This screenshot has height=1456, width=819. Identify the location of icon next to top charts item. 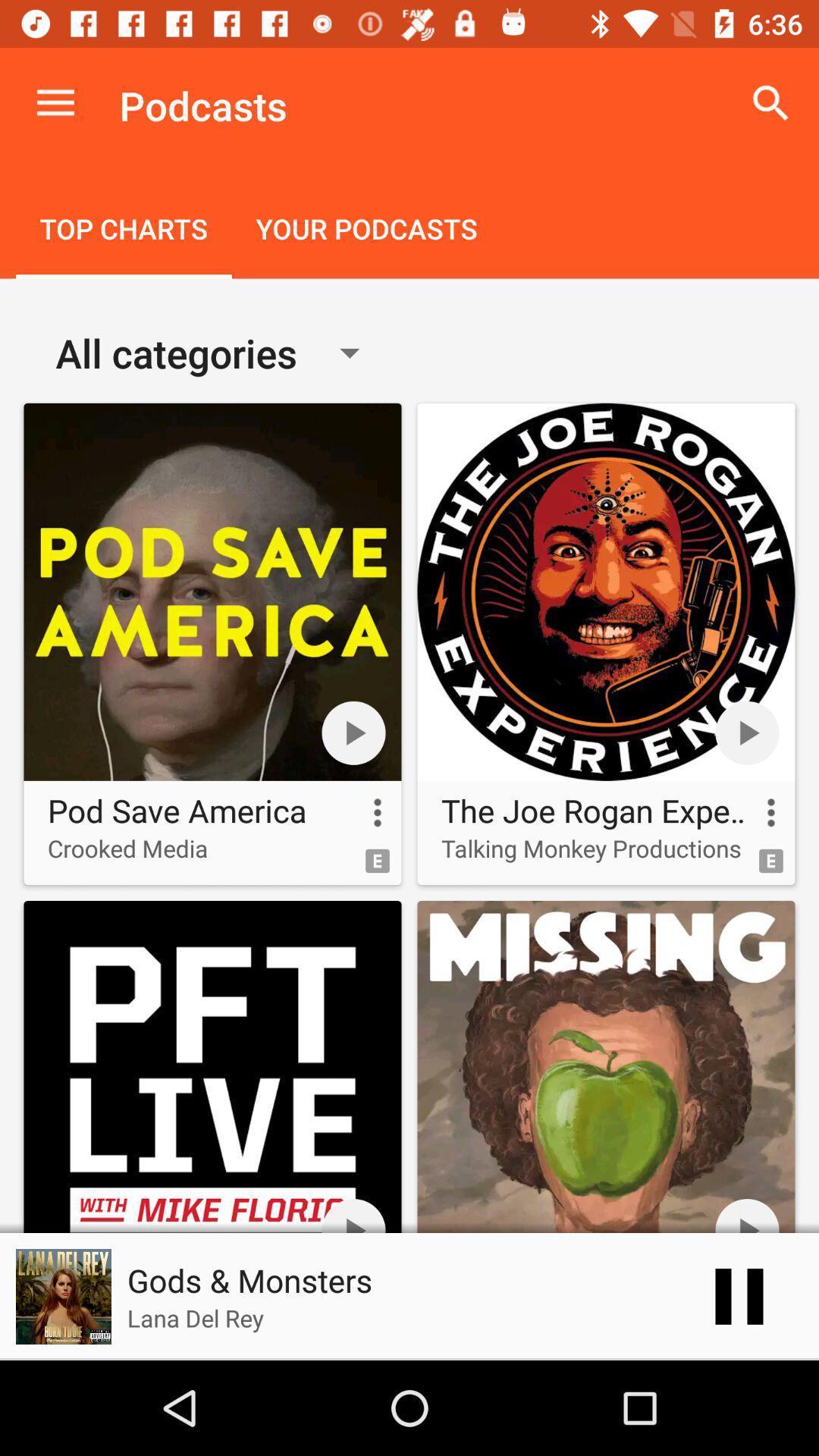
(366, 230).